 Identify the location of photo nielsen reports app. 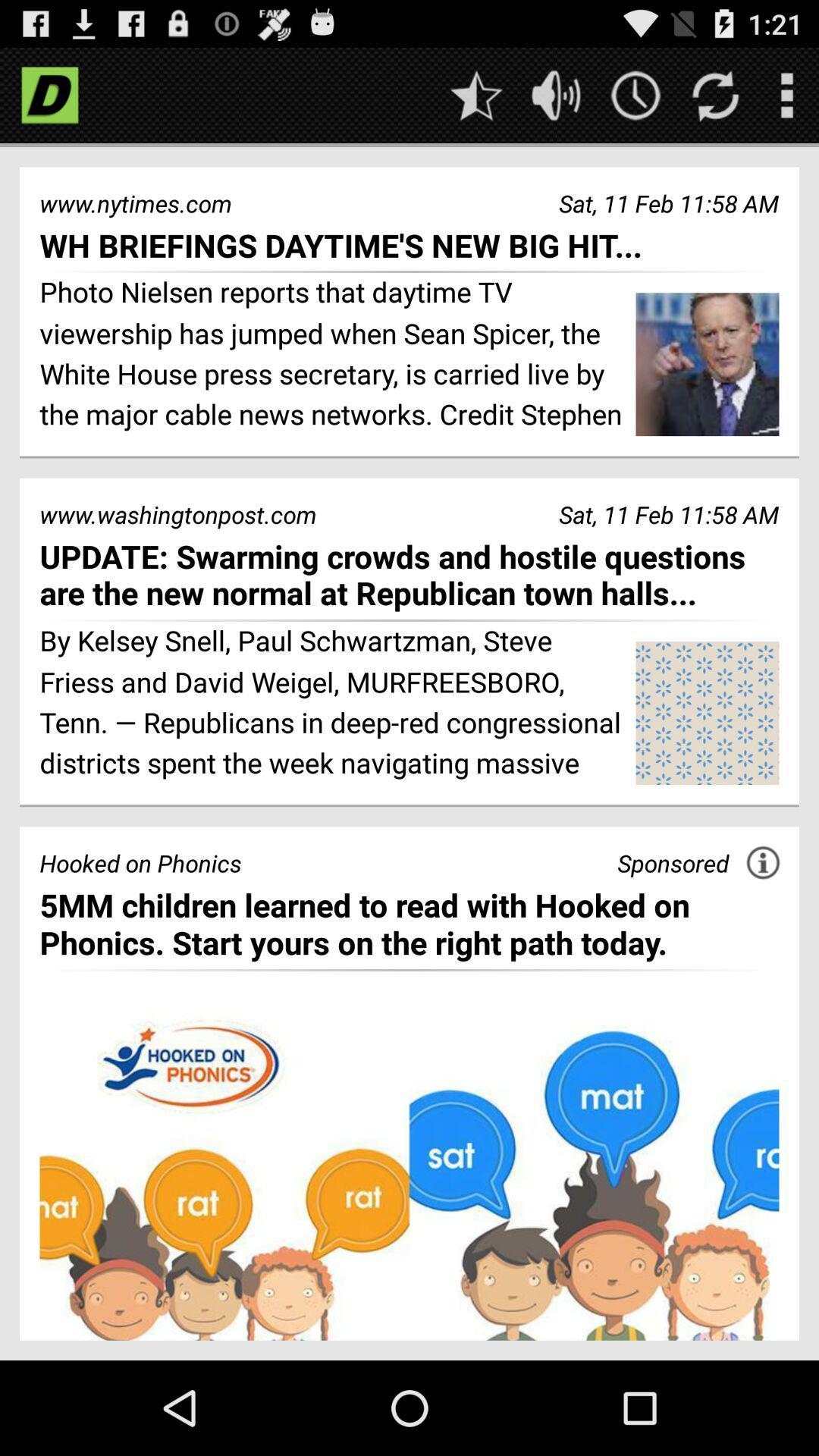
(331, 355).